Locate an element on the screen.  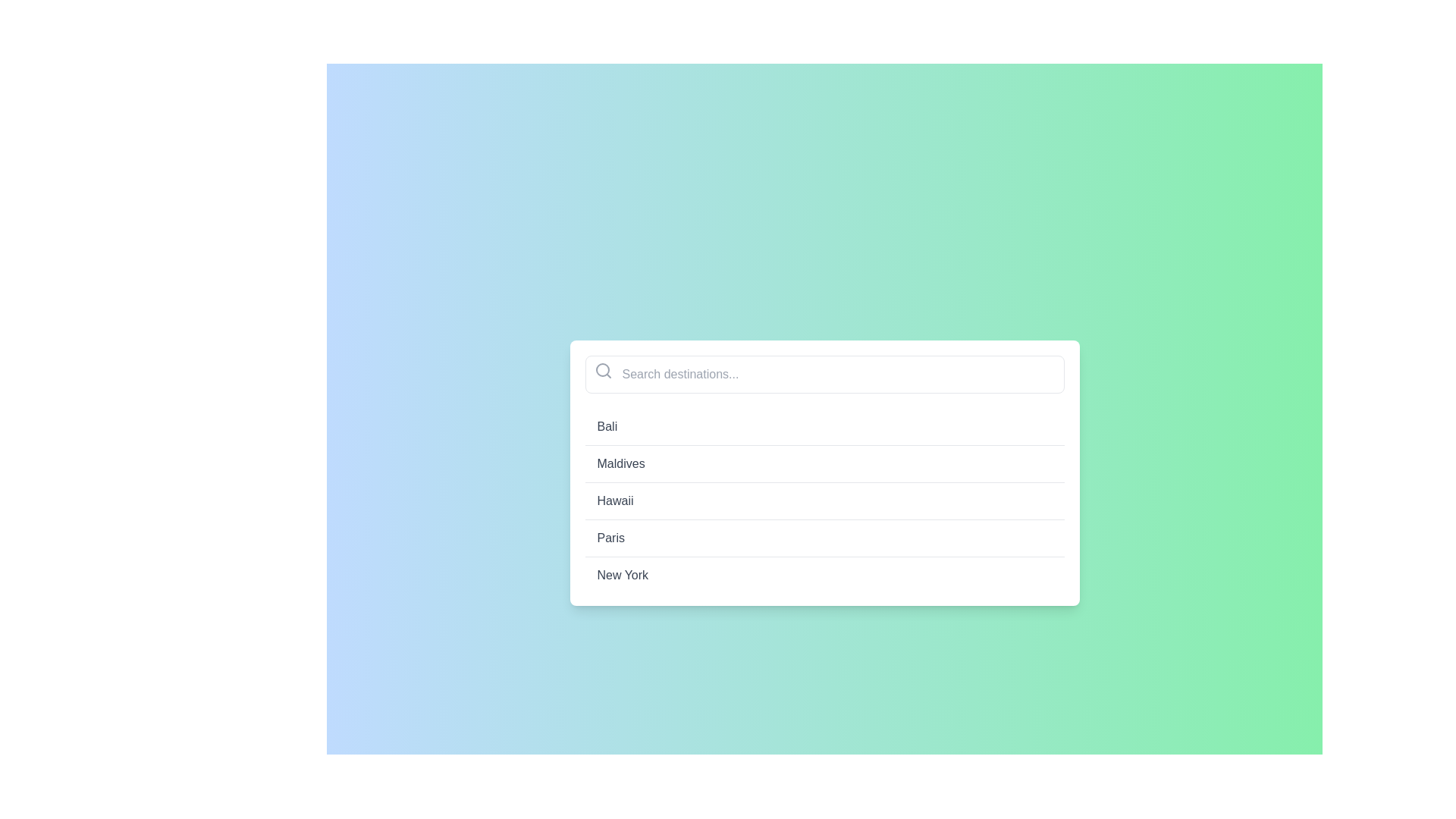
the circular graphical element styled as part of the search icon located in the top-left corner of the input box is located at coordinates (601, 370).